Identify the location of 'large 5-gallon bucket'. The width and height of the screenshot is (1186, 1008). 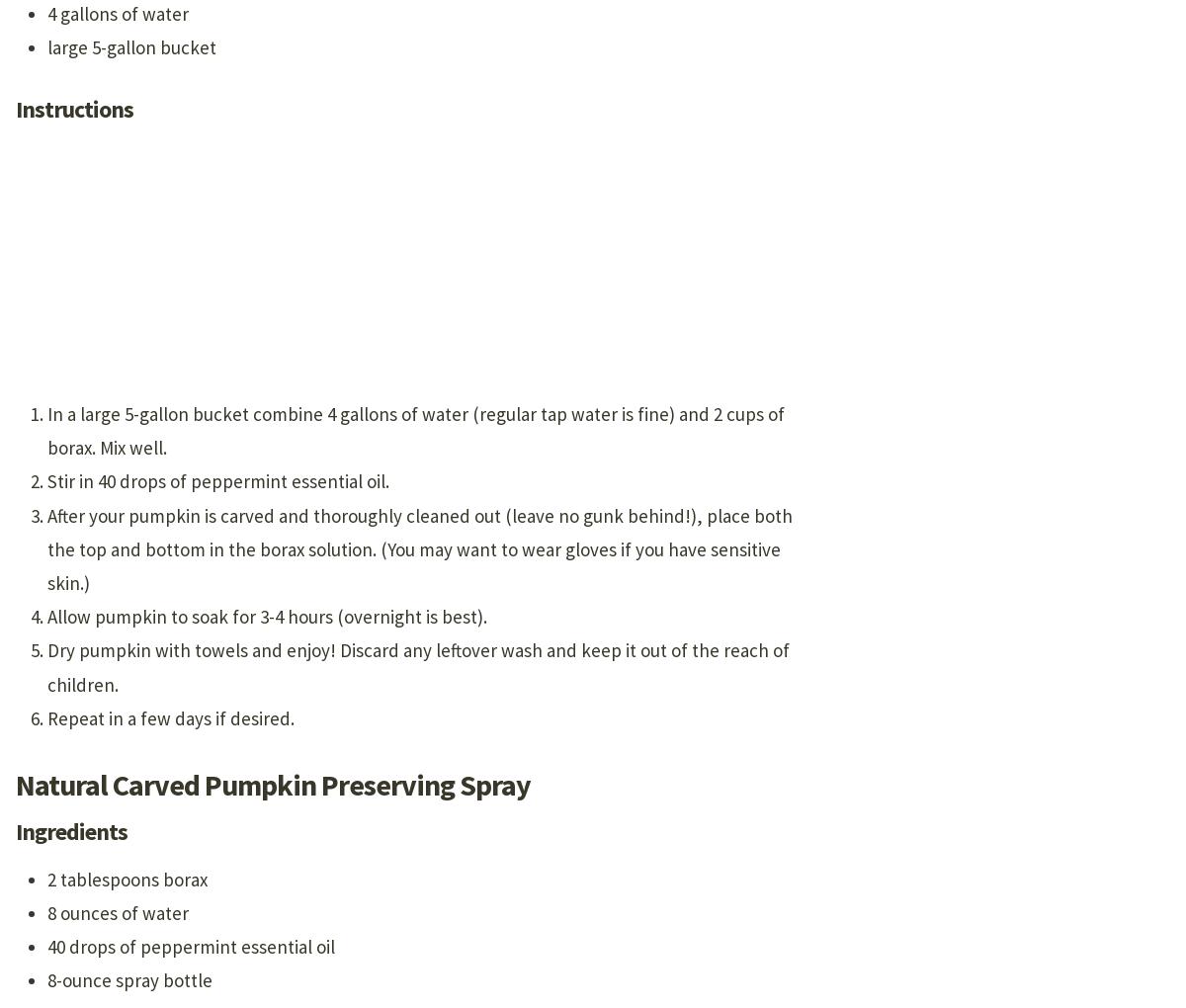
(47, 47).